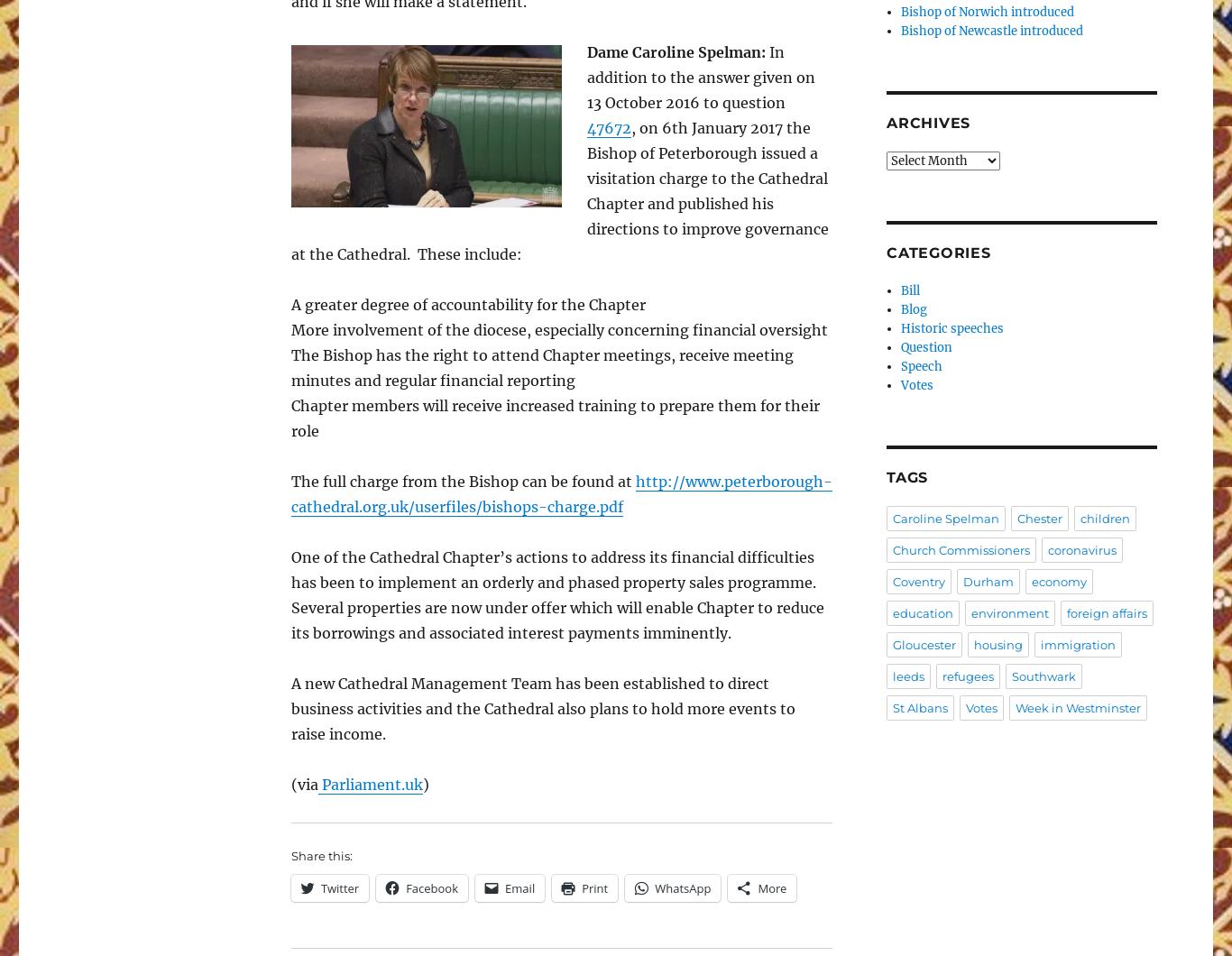 This screenshot has width=1232, height=956. What do you see at coordinates (927, 122) in the screenshot?
I see `'Archives'` at bounding box center [927, 122].